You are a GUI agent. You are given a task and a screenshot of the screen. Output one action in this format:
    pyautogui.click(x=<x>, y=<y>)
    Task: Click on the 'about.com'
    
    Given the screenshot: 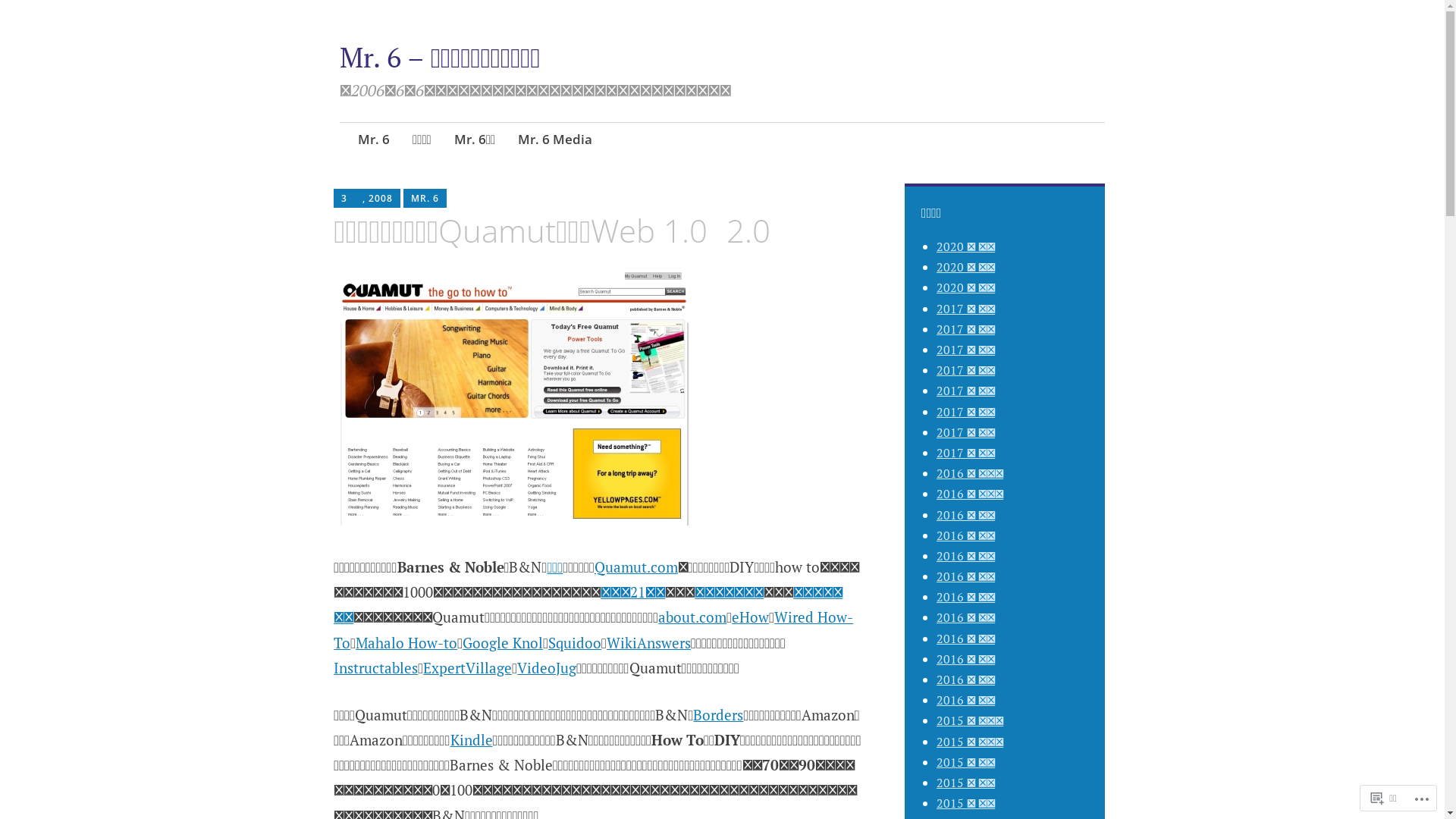 What is the action you would take?
    pyautogui.click(x=691, y=617)
    